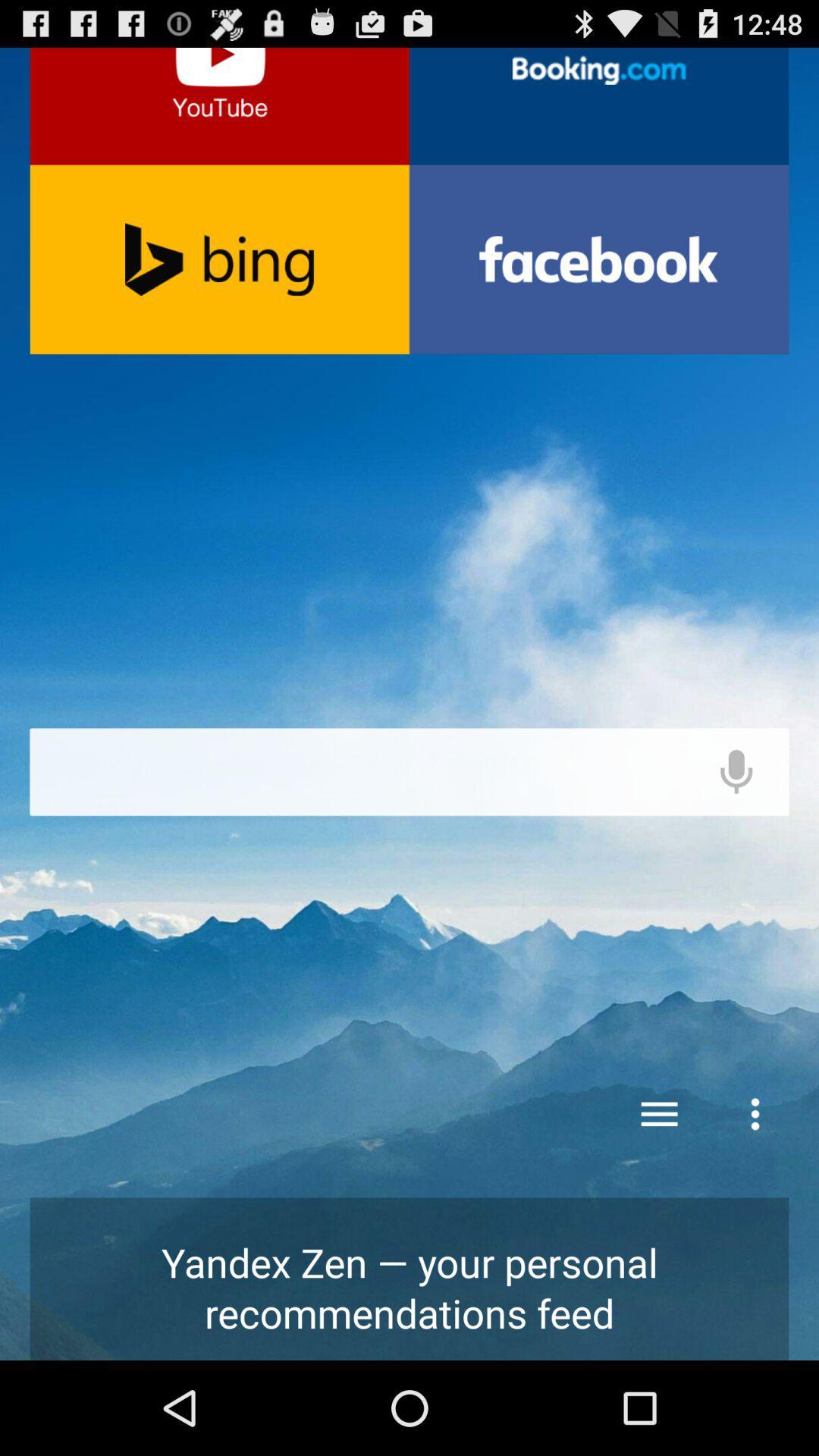 The image size is (819, 1456). What do you see at coordinates (659, 1169) in the screenshot?
I see `the menu icon` at bounding box center [659, 1169].